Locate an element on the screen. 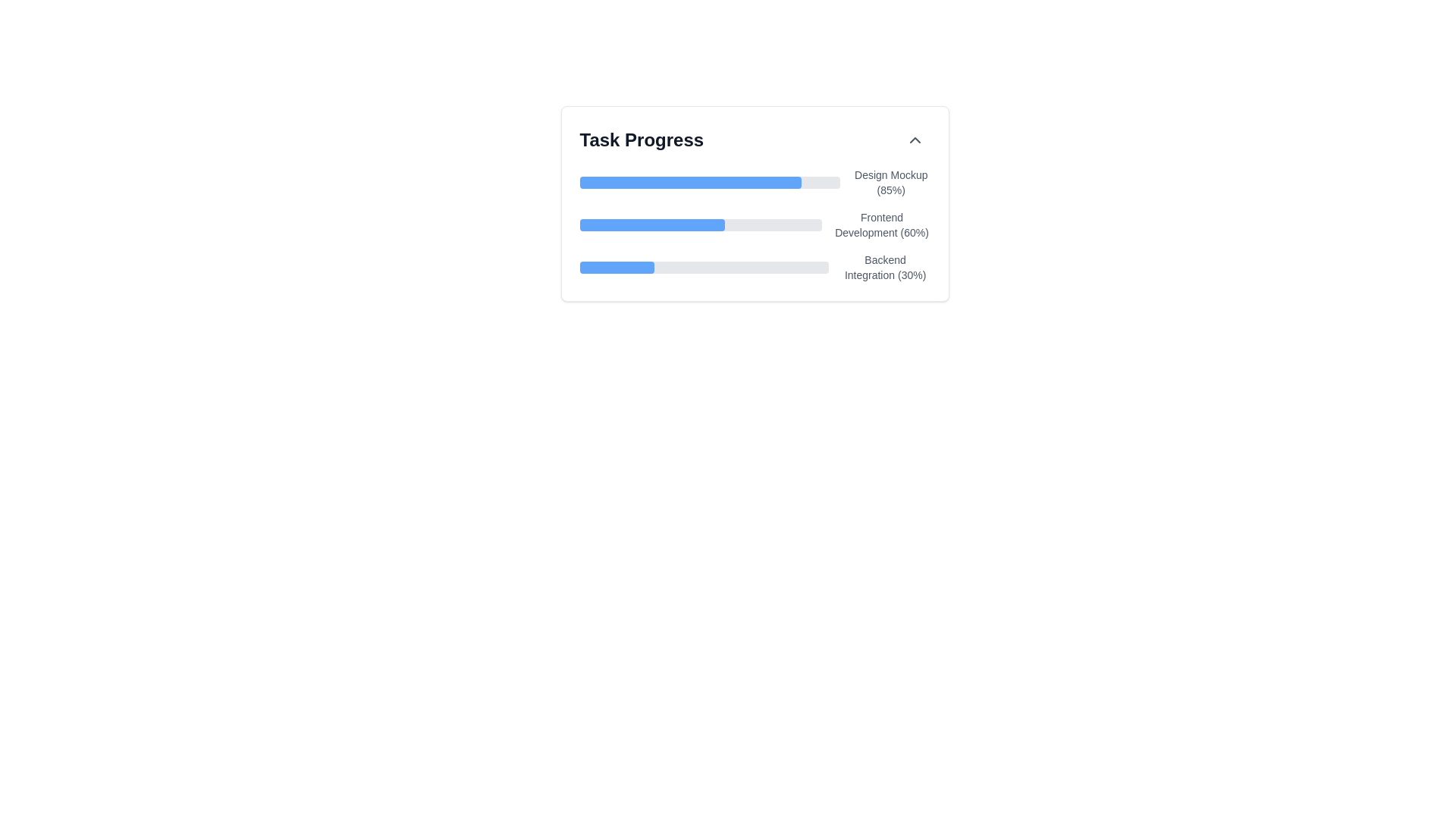 This screenshot has height=819, width=1456. the third progress bar in the 'Task Progress' section, which displays 'Backend Integration (30%)' and has a blue segment covering 30% of the bar is located at coordinates (755, 267).